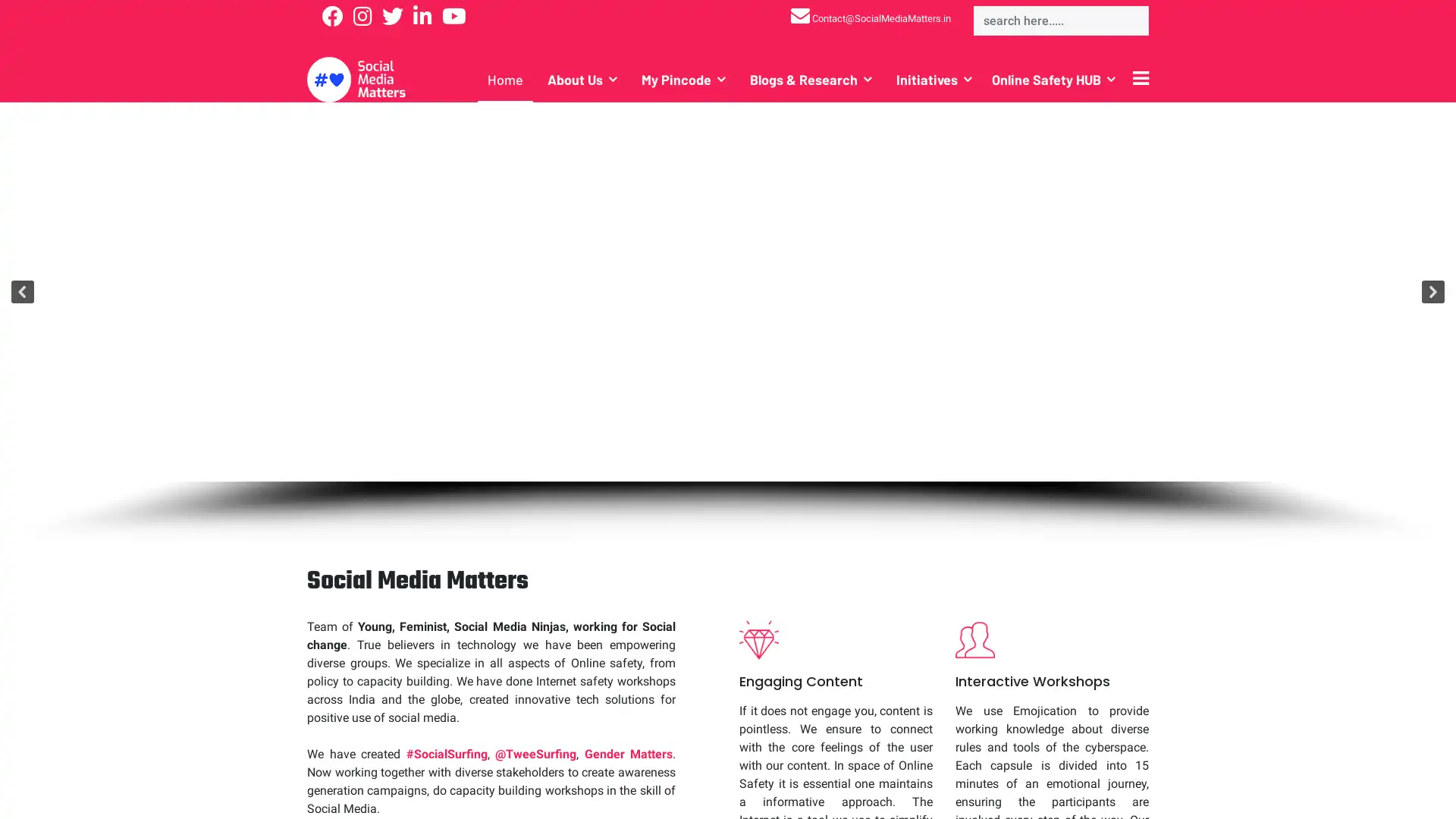  Describe the element at coordinates (22, 292) in the screenshot. I see `previous arrow` at that location.